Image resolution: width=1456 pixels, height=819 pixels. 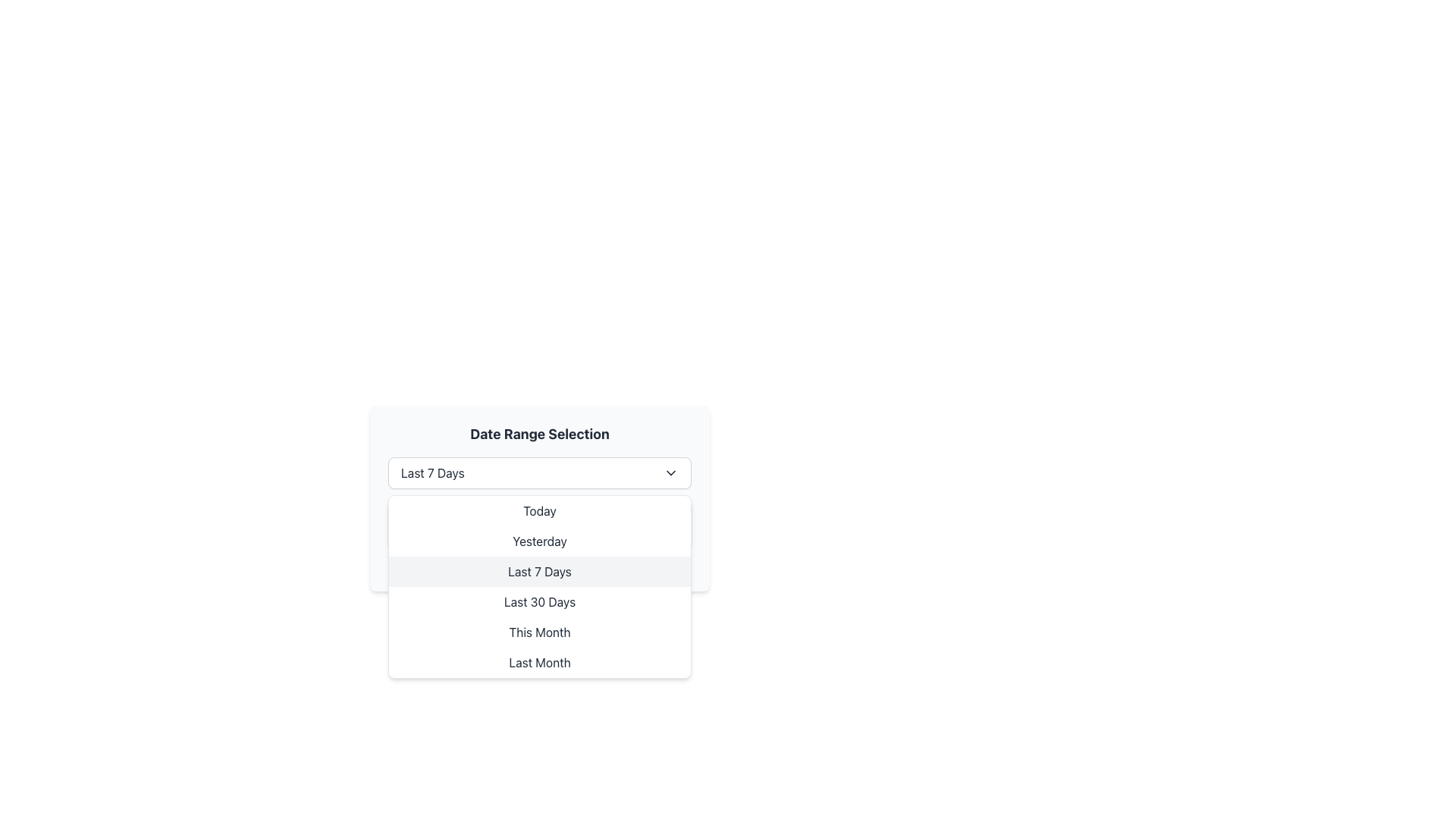 What do you see at coordinates (670, 472) in the screenshot?
I see `the dropdown icon located on the right side of the 'Last 7 Days' button` at bounding box center [670, 472].